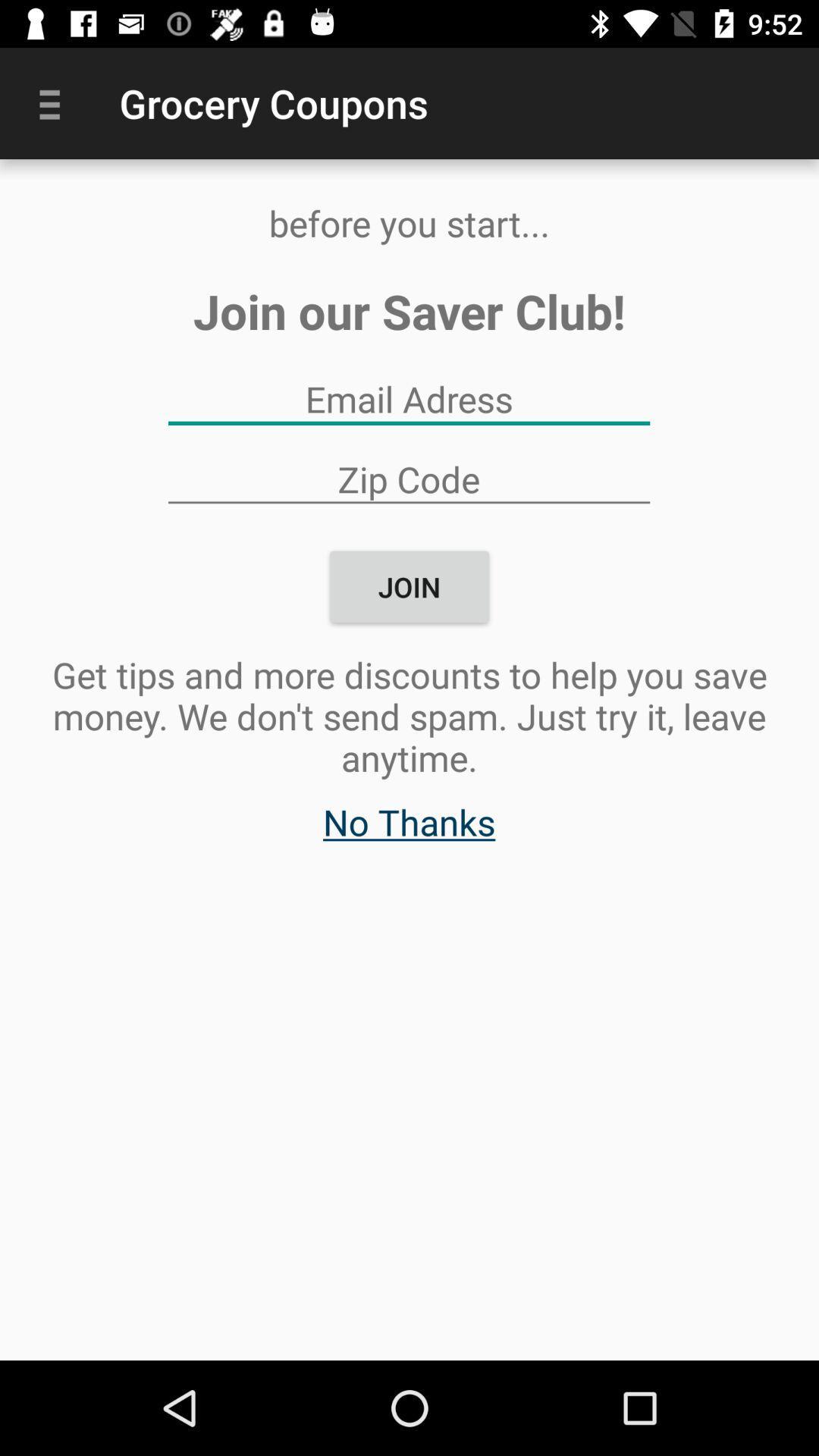 This screenshot has width=819, height=1456. I want to click on your email address, so click(408, 399).